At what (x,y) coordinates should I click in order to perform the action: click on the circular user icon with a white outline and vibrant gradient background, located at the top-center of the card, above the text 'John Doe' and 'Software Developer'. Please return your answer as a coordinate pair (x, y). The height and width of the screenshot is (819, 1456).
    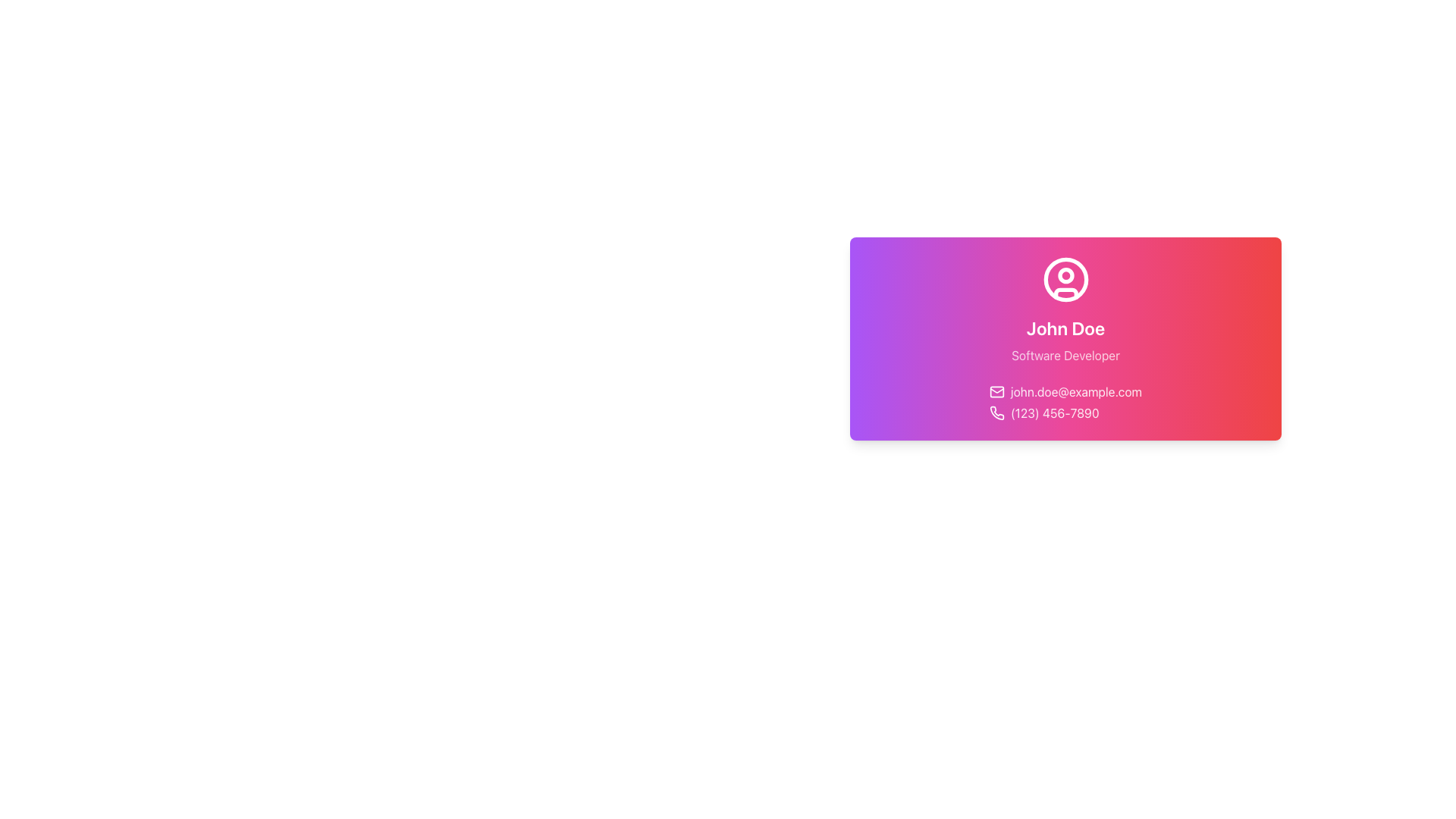
    Looking at the image, I should click on (1065, 280).